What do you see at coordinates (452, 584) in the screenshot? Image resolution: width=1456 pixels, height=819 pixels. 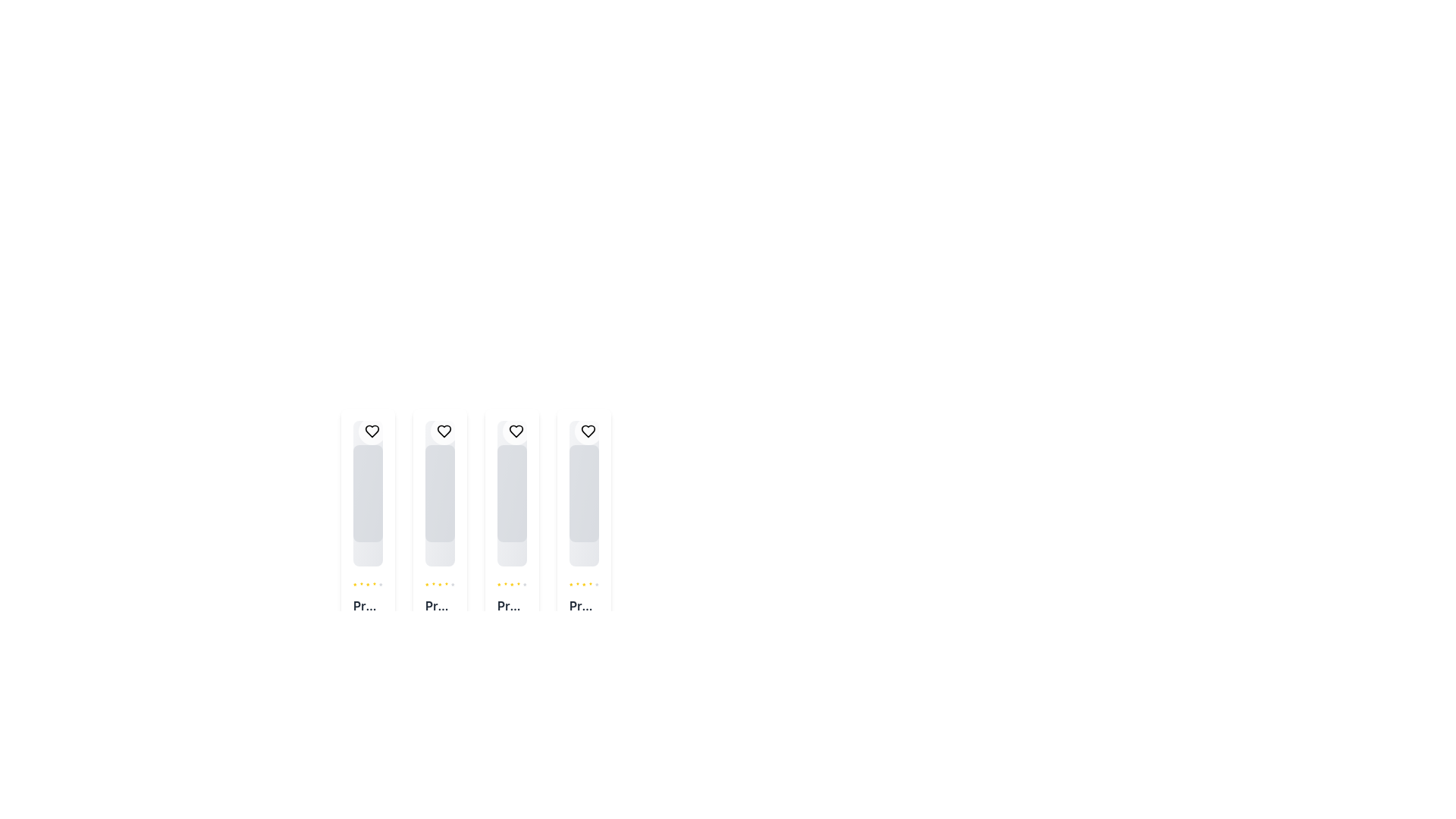 I see `the visual state of the fifth star icon in the rating system, which represents a non-selected star position` at bounding box center [452, 584].